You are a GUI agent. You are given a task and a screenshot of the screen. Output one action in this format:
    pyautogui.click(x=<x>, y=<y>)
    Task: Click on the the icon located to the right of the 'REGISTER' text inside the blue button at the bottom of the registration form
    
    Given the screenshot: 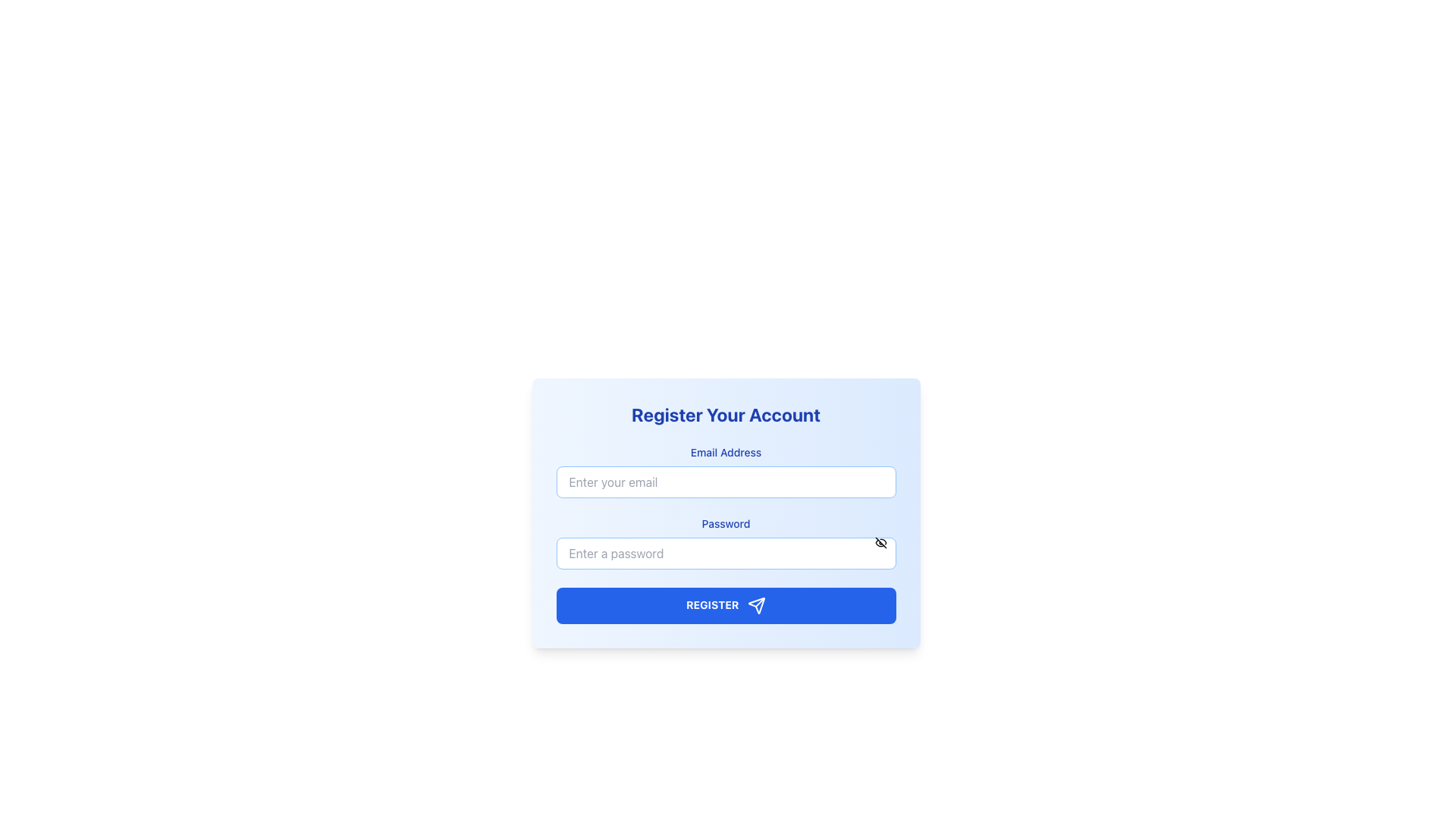 What is the action you would take?
    pyautogui.click(x=757, y=604)
    